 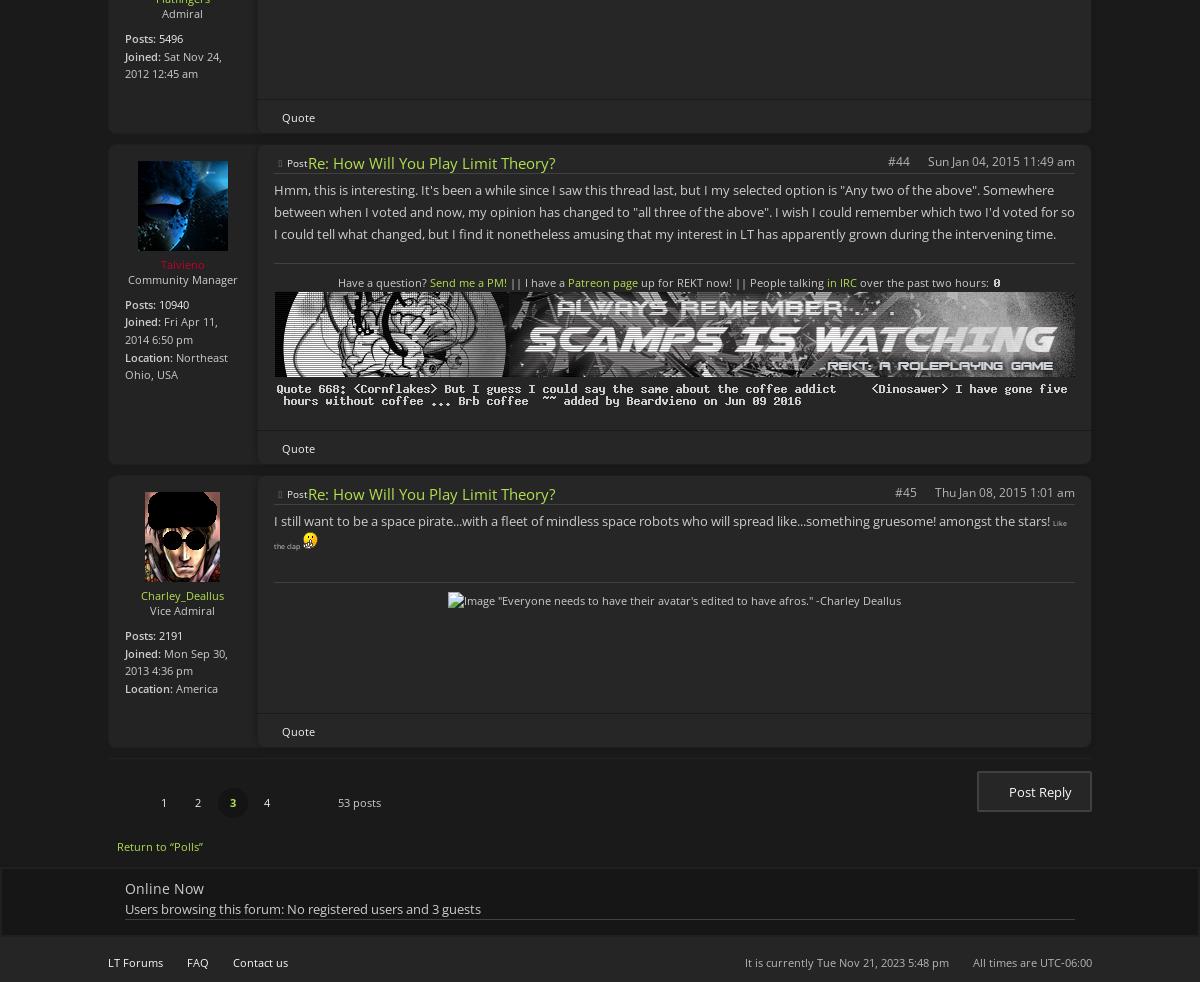 What do you see at coordinates (259, 962) in the screenshot?
I see `'Contact us'` at bounding box center [259, 962].